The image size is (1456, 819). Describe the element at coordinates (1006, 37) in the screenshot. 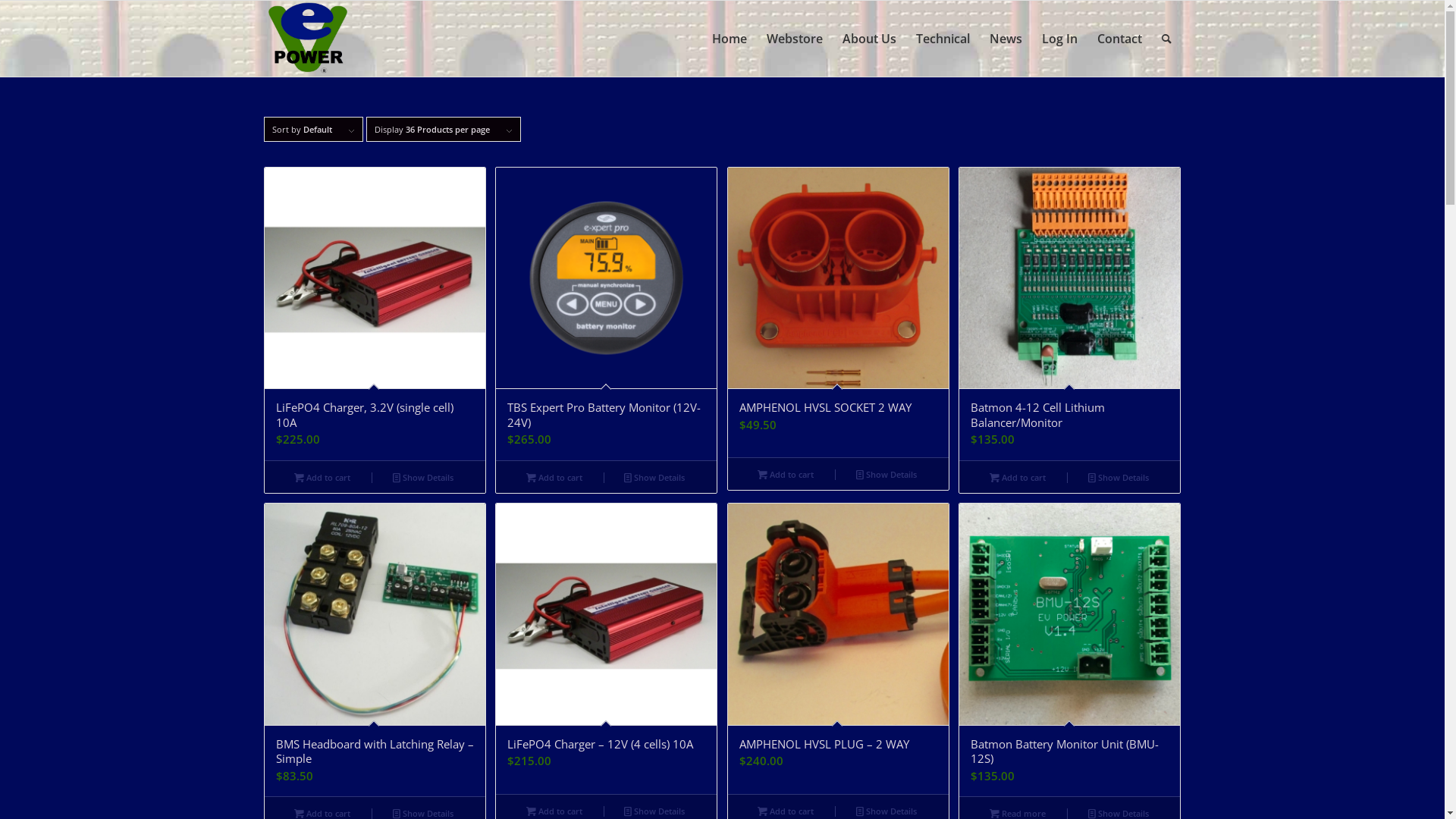

I see `'News'` at that location.